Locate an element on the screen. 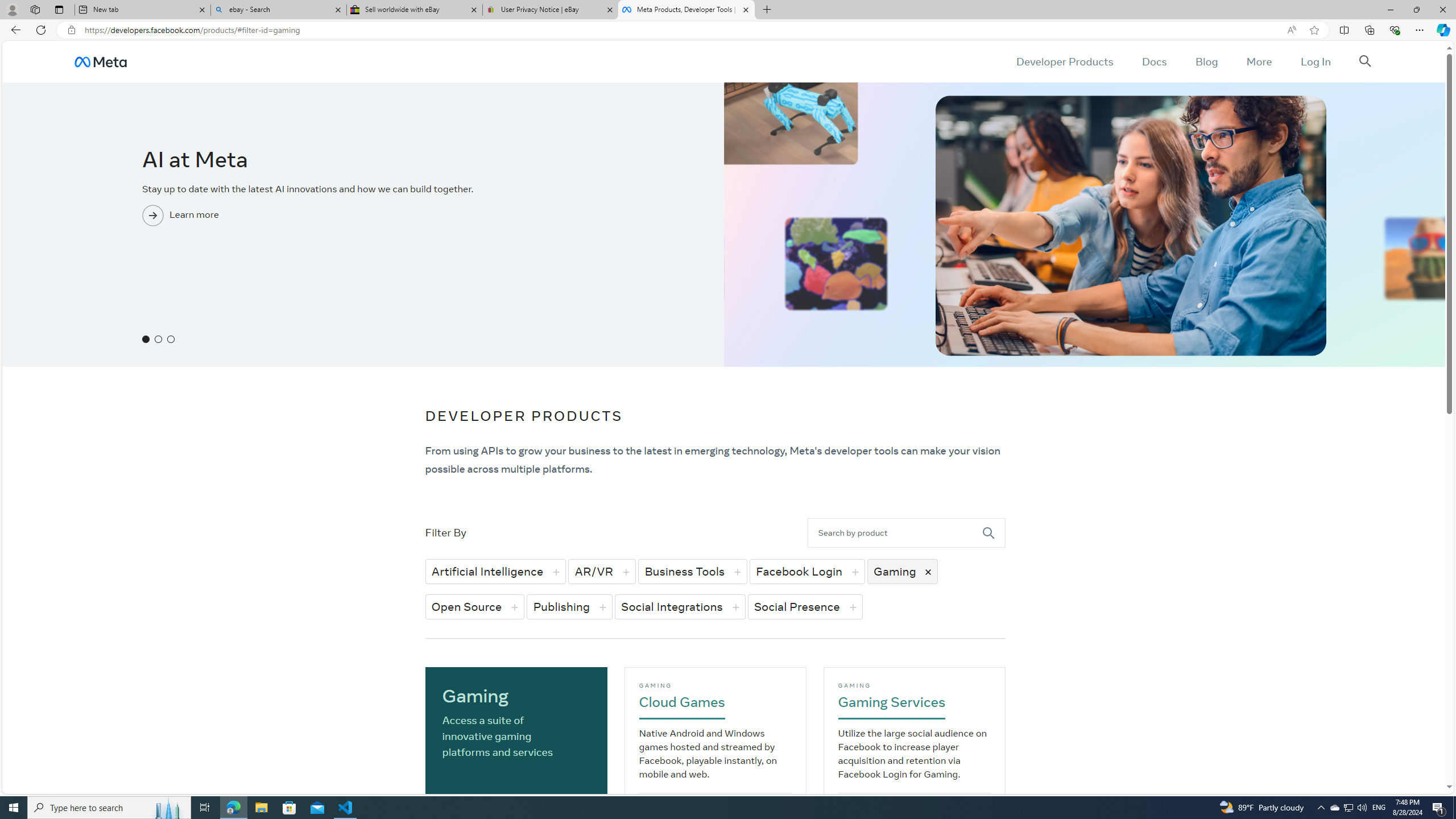 The image size is (1456, 819). 'More' is located at coordinates (1259, 61).